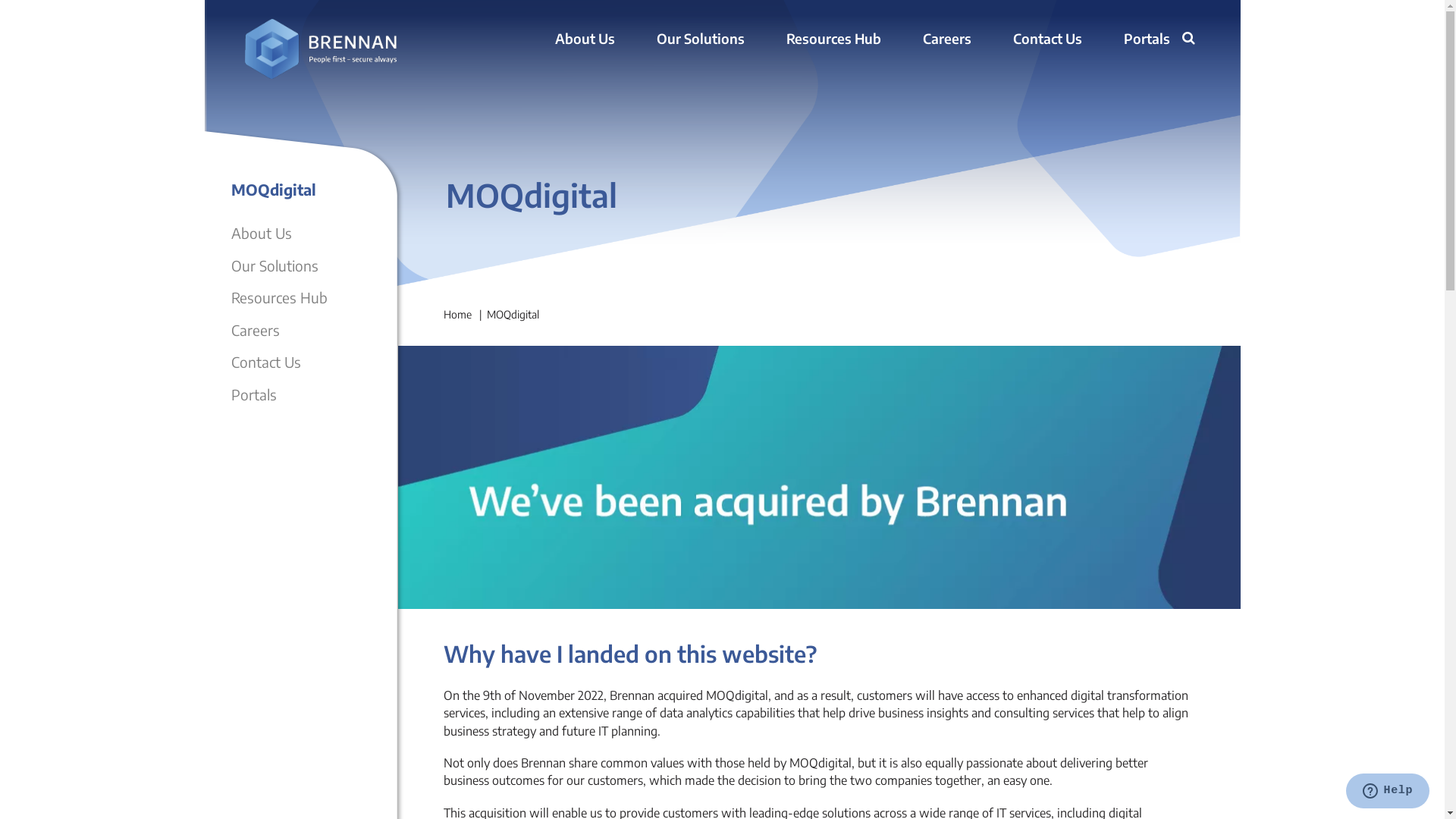  Describe the element at coordinates (1181, 39) in the screenshot. I see `'Search'` at that location.